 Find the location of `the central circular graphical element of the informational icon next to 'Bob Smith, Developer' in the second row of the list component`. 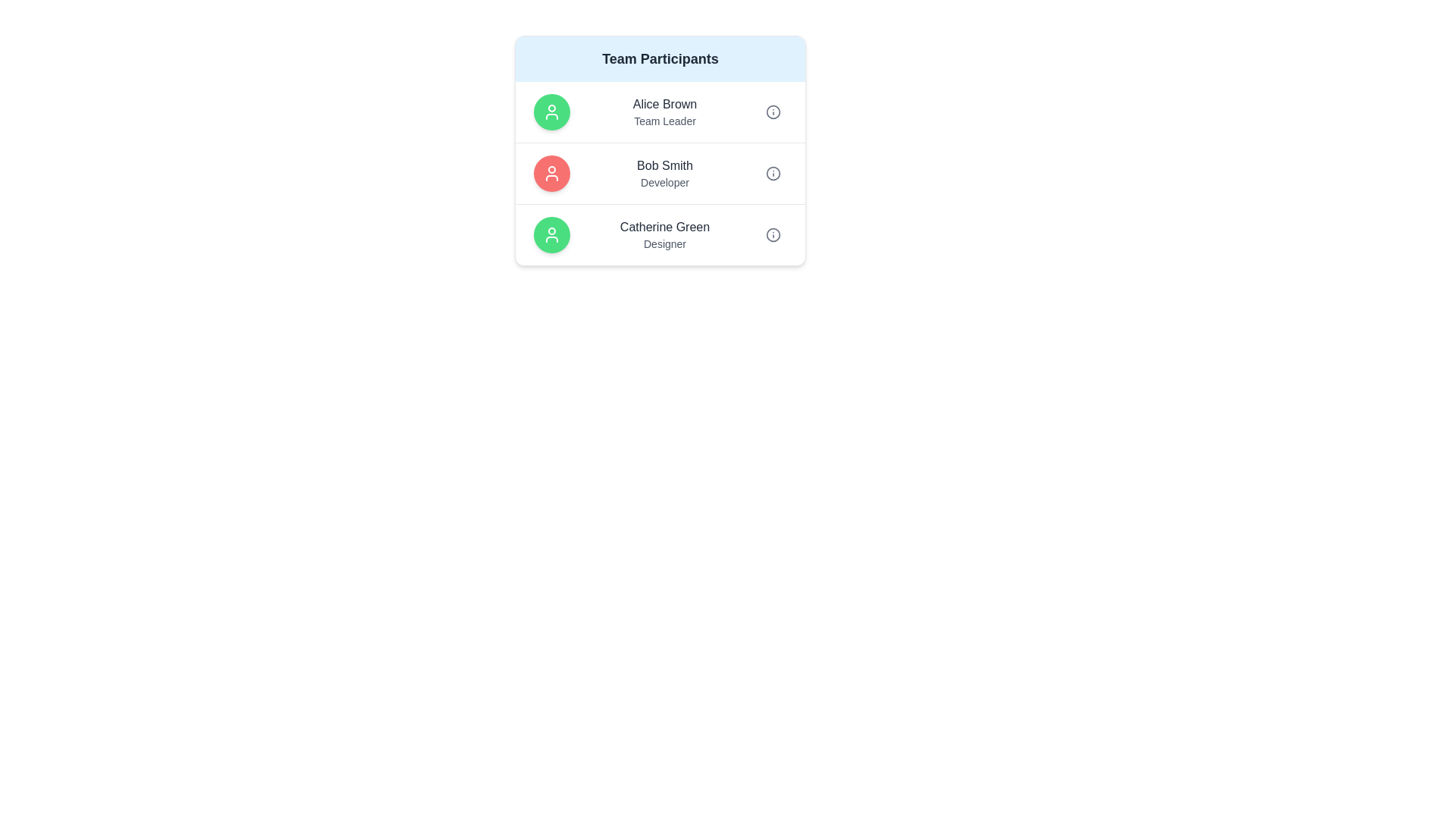

the central circular graphical element of the informational icon next to 'Bob Smith, Developer' in the second row of the list component is located at coordinates (773, 172).